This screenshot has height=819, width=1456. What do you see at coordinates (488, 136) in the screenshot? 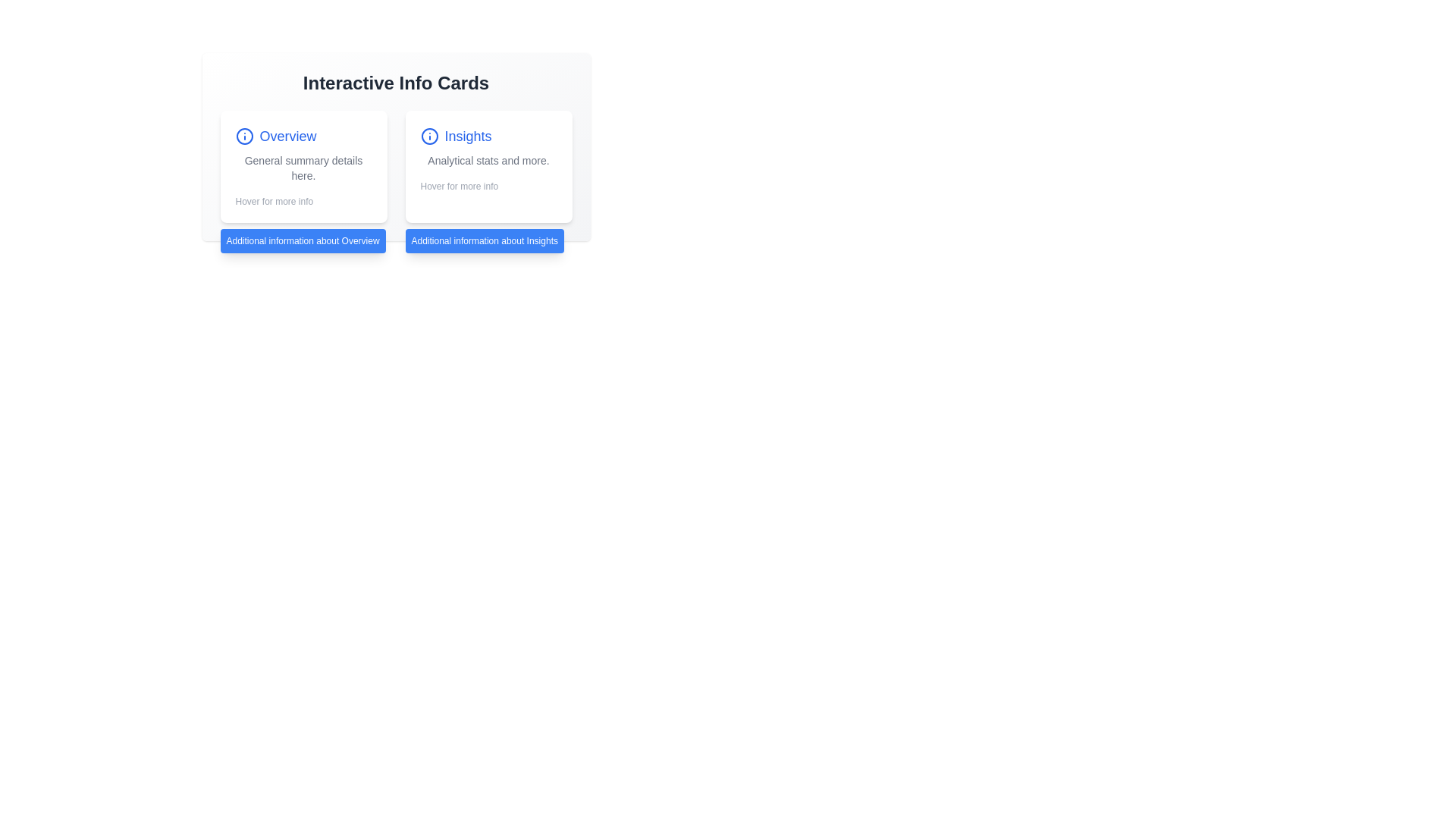
I see `the 'Insights' text label, which is styled in bold blue sans-serif font and located at the top of the second card in the 'Interactive Info Cards' section` at bounding box center [488, 136].